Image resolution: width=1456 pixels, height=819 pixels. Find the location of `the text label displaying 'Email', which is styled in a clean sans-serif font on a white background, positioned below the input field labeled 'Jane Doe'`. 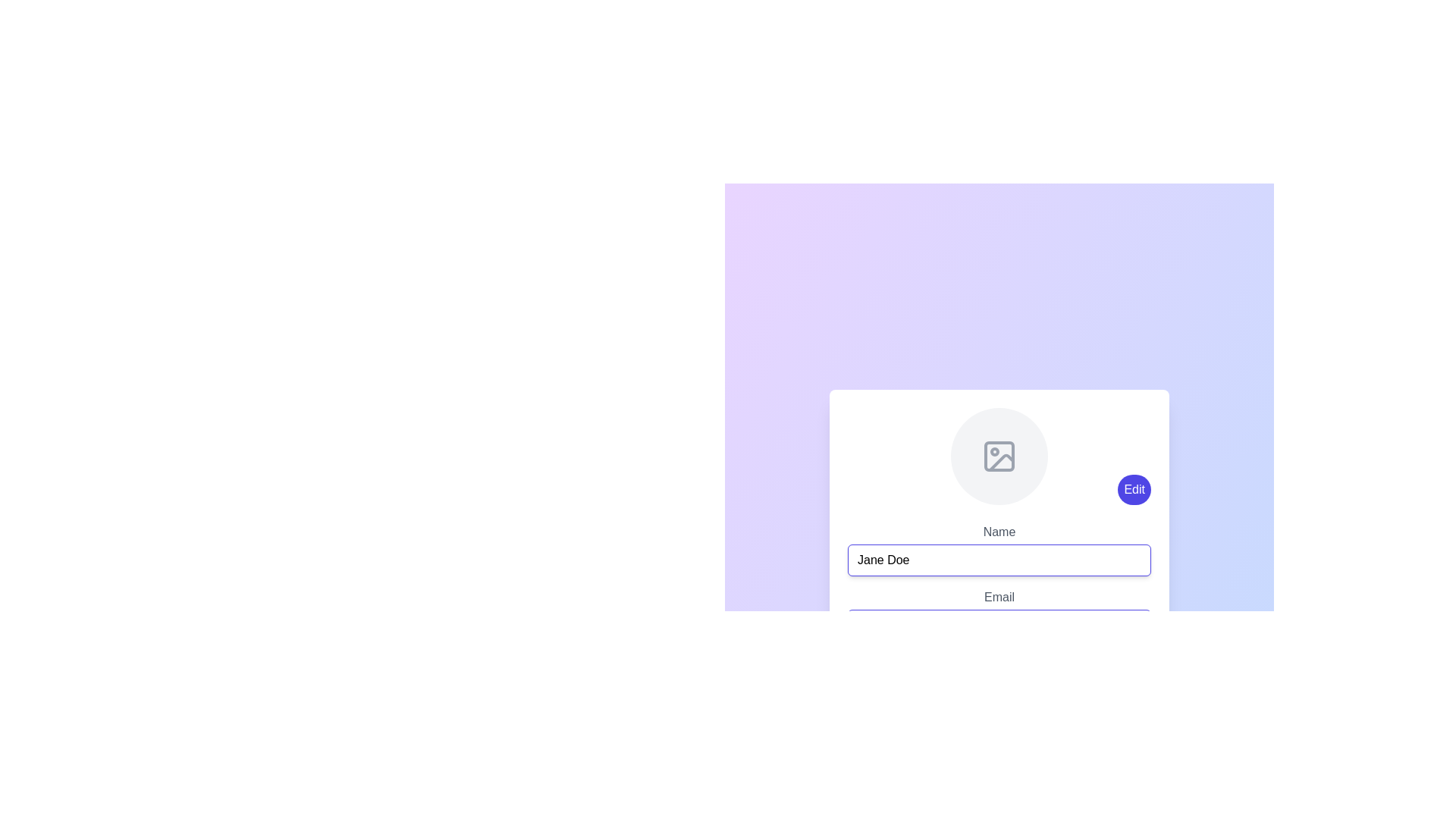

the text label displaying 'Email', which is styled in a clean sans-serif font on a white background, positioned below the input field labeled 'Jane Doe' is located at coordinates (999, 596).